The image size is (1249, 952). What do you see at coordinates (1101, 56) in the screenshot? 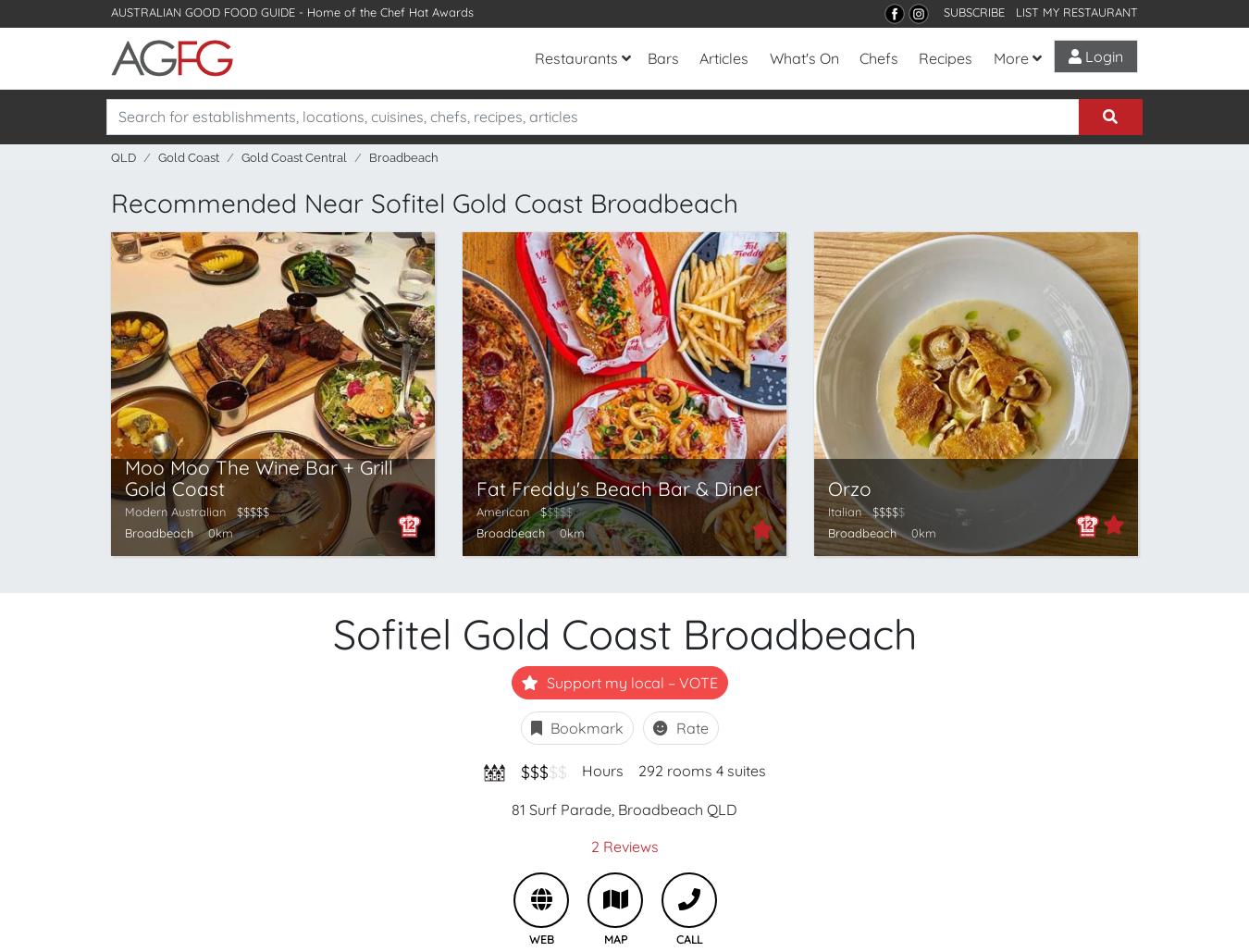
I see `'Login'` at bounding box center [1101, 56].